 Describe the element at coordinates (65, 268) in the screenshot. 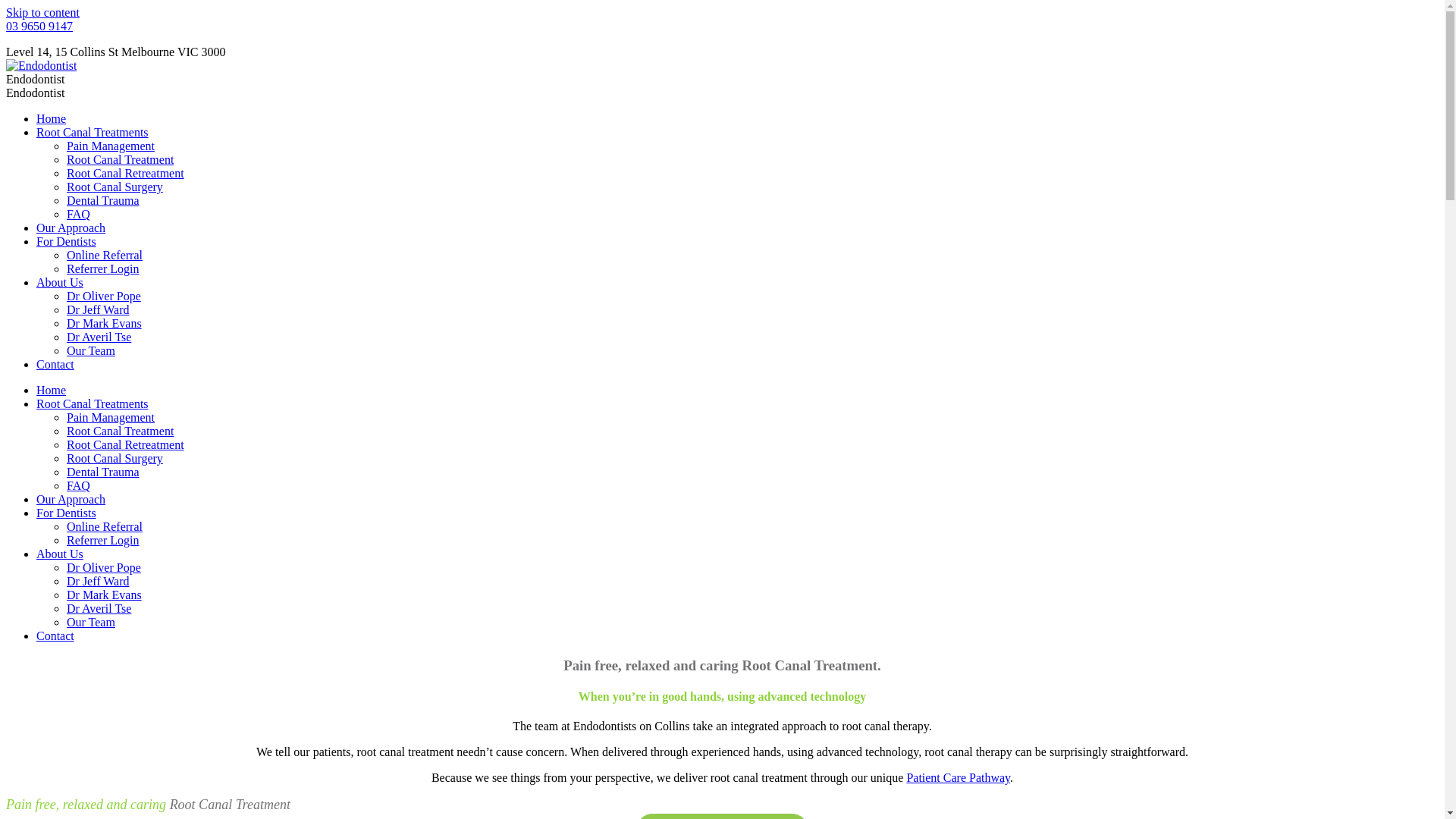

I see `'Referrer Login'` at that location.